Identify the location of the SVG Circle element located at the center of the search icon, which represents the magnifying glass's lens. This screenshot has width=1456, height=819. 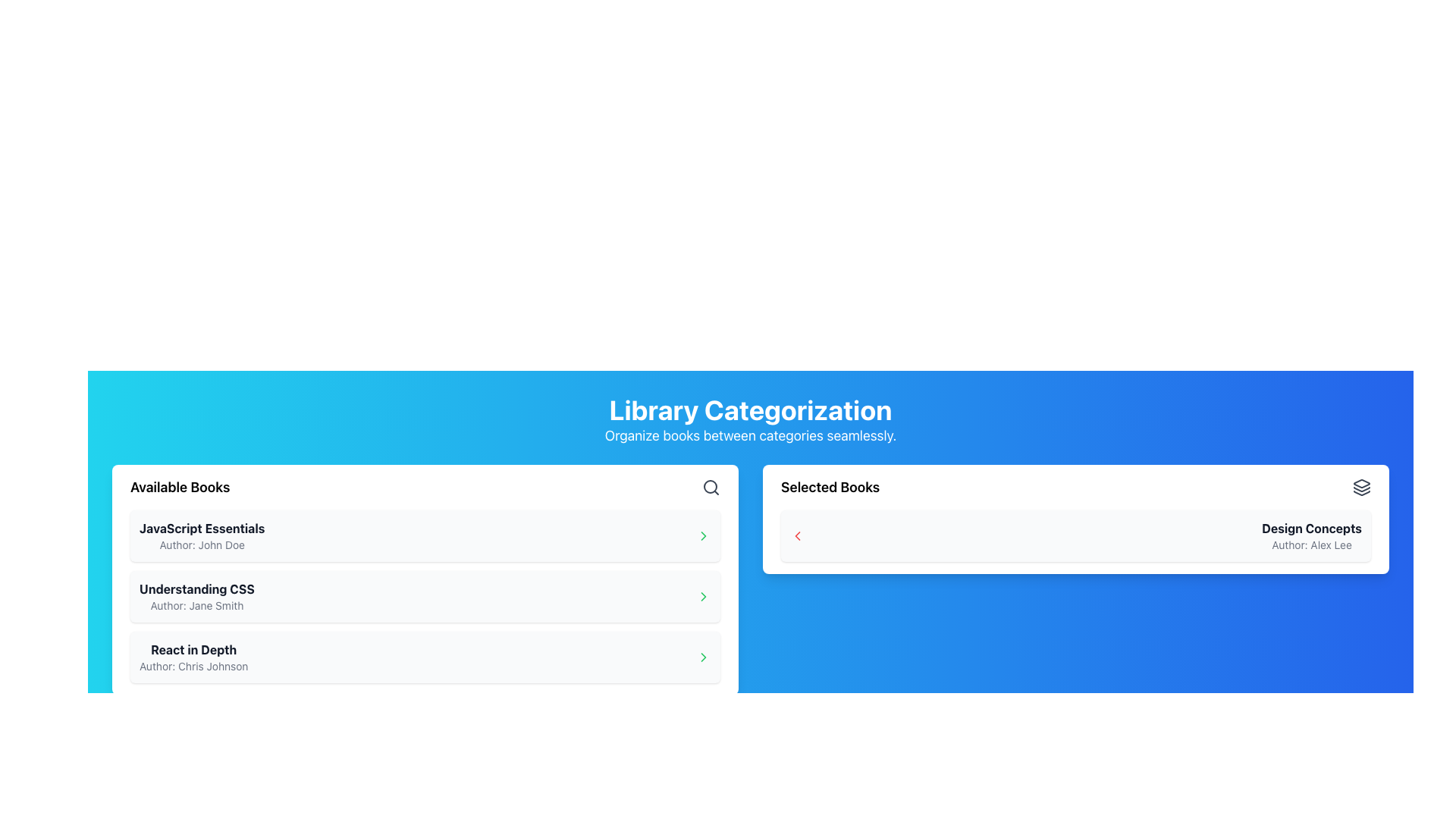
(709, 486).